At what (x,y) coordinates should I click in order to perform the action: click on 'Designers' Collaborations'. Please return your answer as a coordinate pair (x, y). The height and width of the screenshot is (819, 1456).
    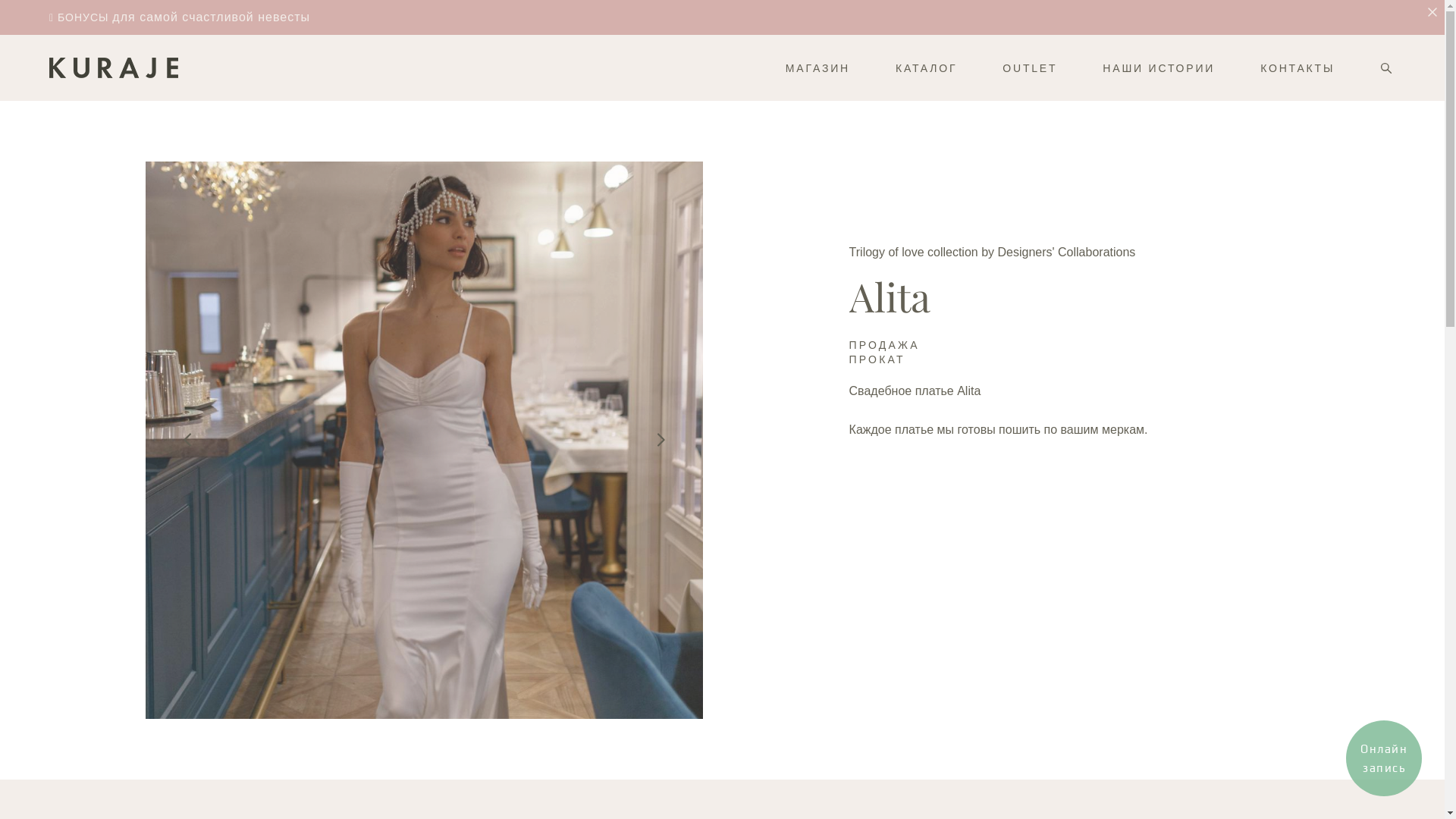
    Looking at the image, I should click on (1065, 251).